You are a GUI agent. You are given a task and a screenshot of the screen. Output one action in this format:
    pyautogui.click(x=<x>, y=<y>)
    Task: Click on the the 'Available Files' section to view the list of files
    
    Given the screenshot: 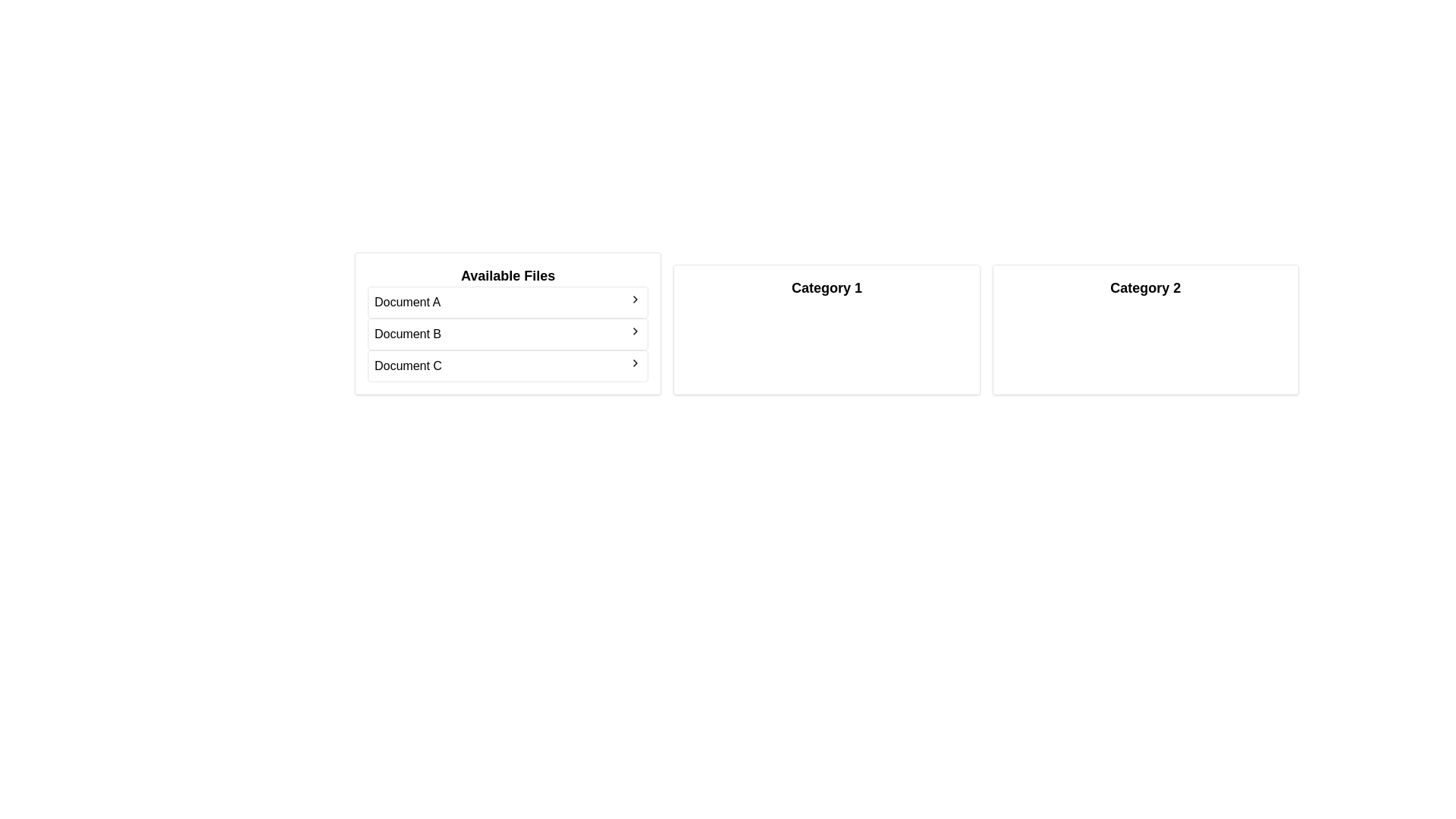 What is the action you would take?
    pyautogui.click(x=508, y=275)
    